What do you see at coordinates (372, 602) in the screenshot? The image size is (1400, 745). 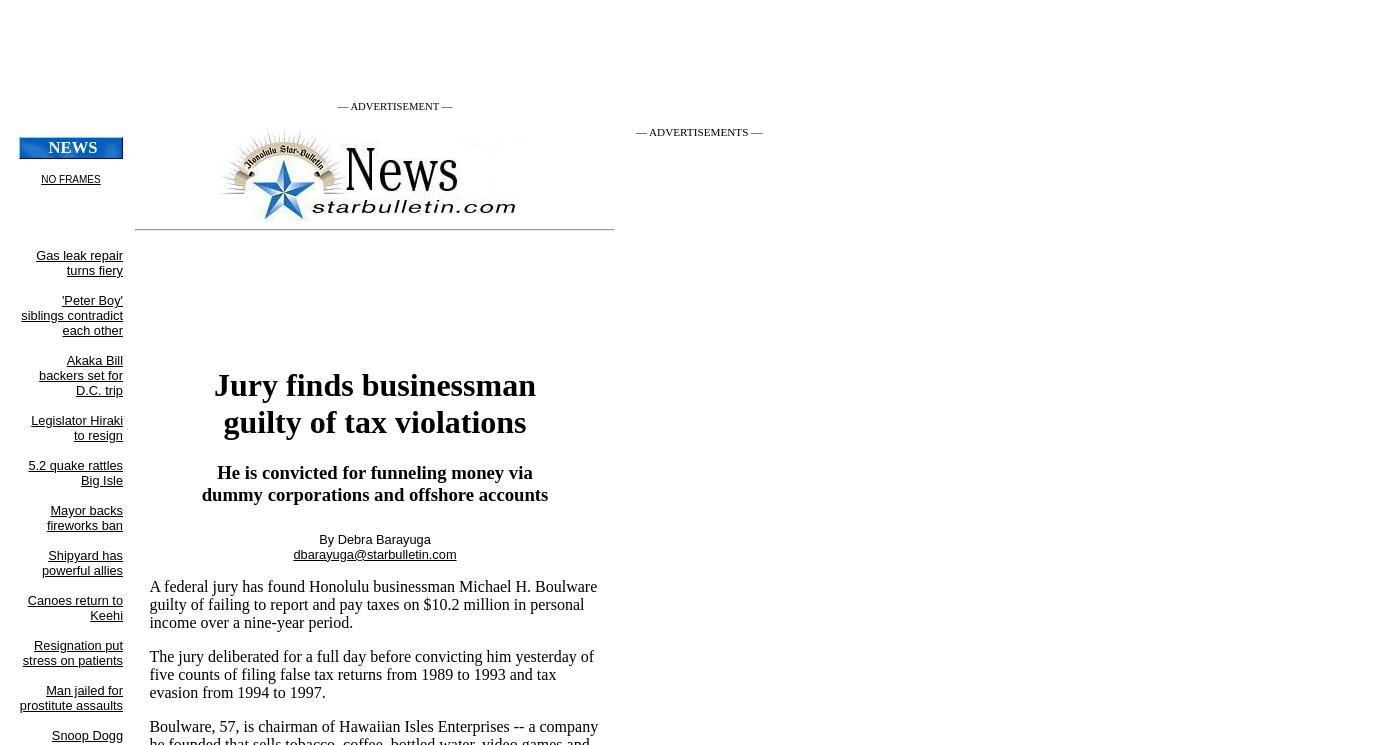 I see `'A federal jury has found Honolulu businessman Michael H. Boulware guilty of failing to report and pay taxes on $10.2 million in personal income over a nine-year period.'` at bounding box center [372, 602].